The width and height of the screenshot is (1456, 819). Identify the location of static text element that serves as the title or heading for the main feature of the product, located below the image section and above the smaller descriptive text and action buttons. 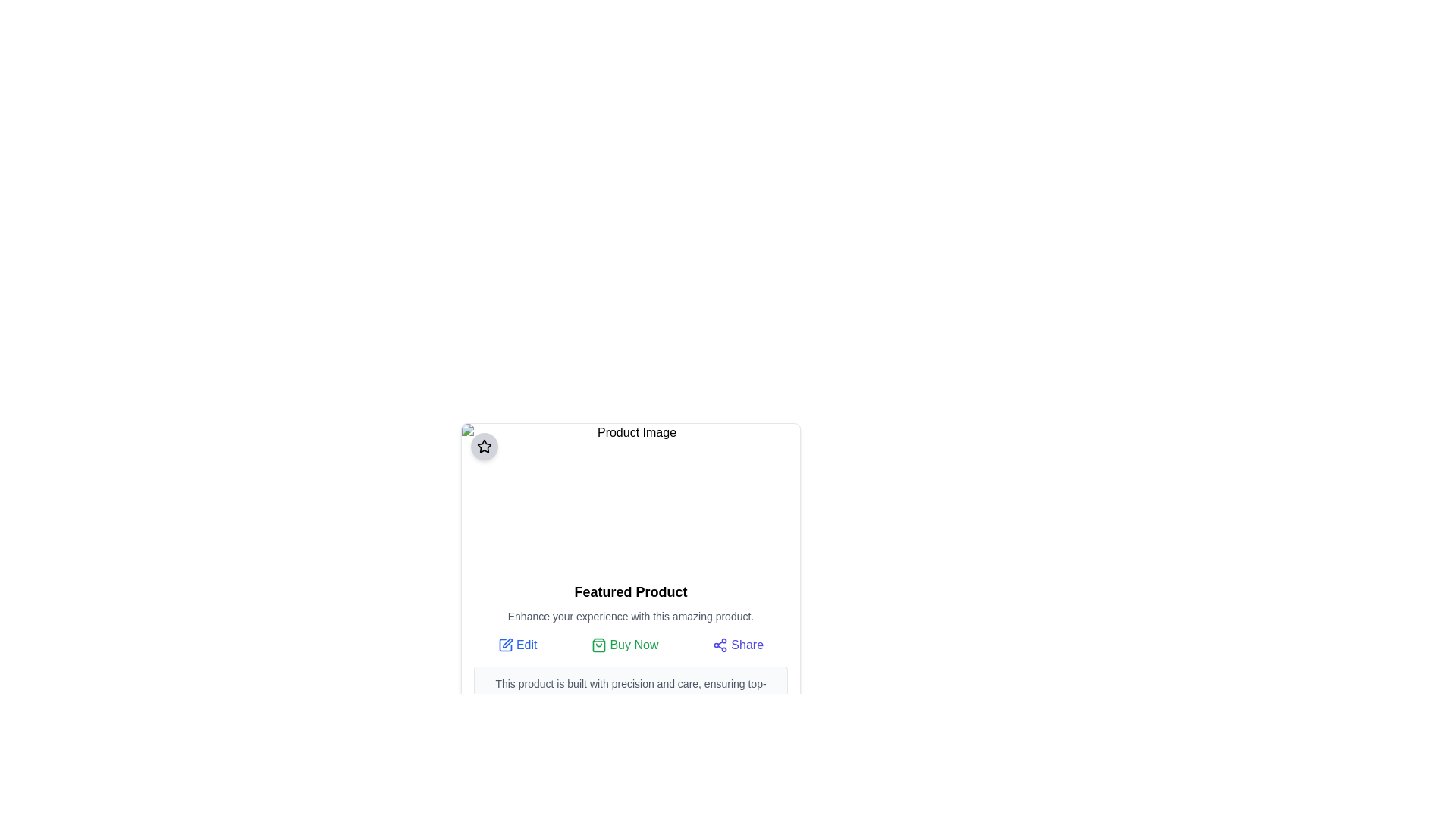
(630, 591).